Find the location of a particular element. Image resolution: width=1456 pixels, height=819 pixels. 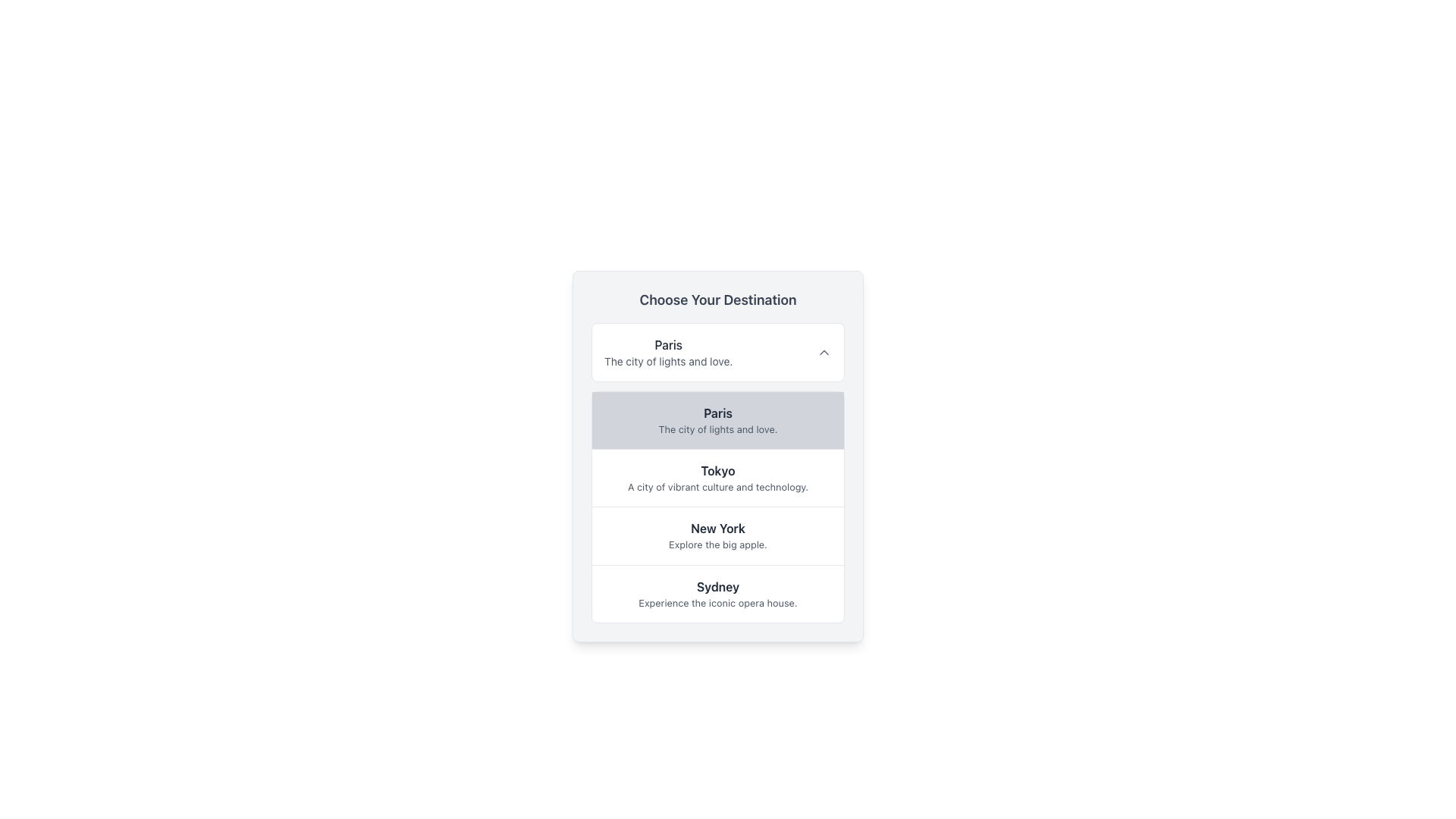

the list item displaying 'New York' is located at coordinates (717, 534).